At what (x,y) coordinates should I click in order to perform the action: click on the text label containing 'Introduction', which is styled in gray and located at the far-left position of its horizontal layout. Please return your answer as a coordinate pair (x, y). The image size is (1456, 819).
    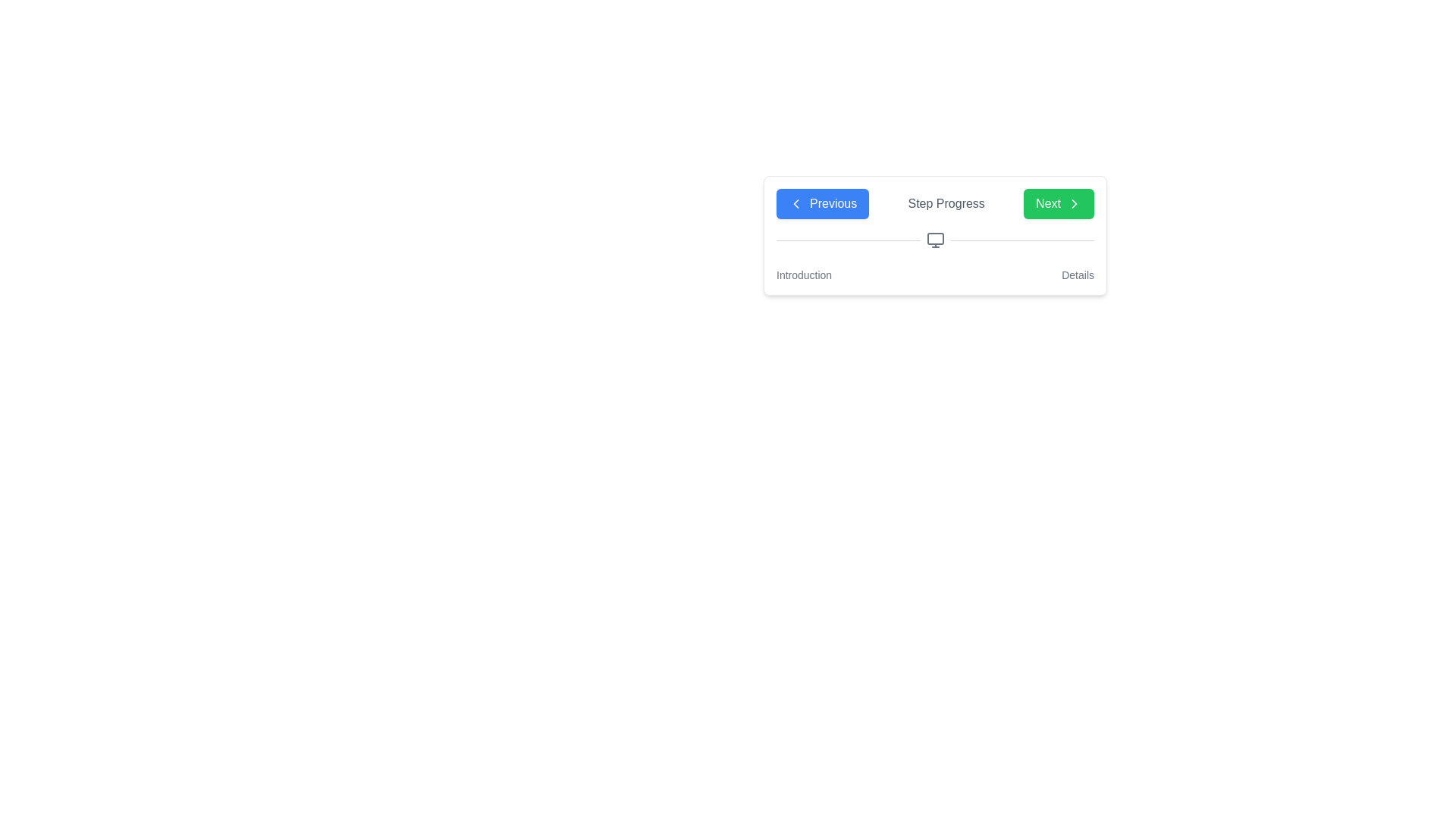
    Looking at the image, I should click on (803, 275).